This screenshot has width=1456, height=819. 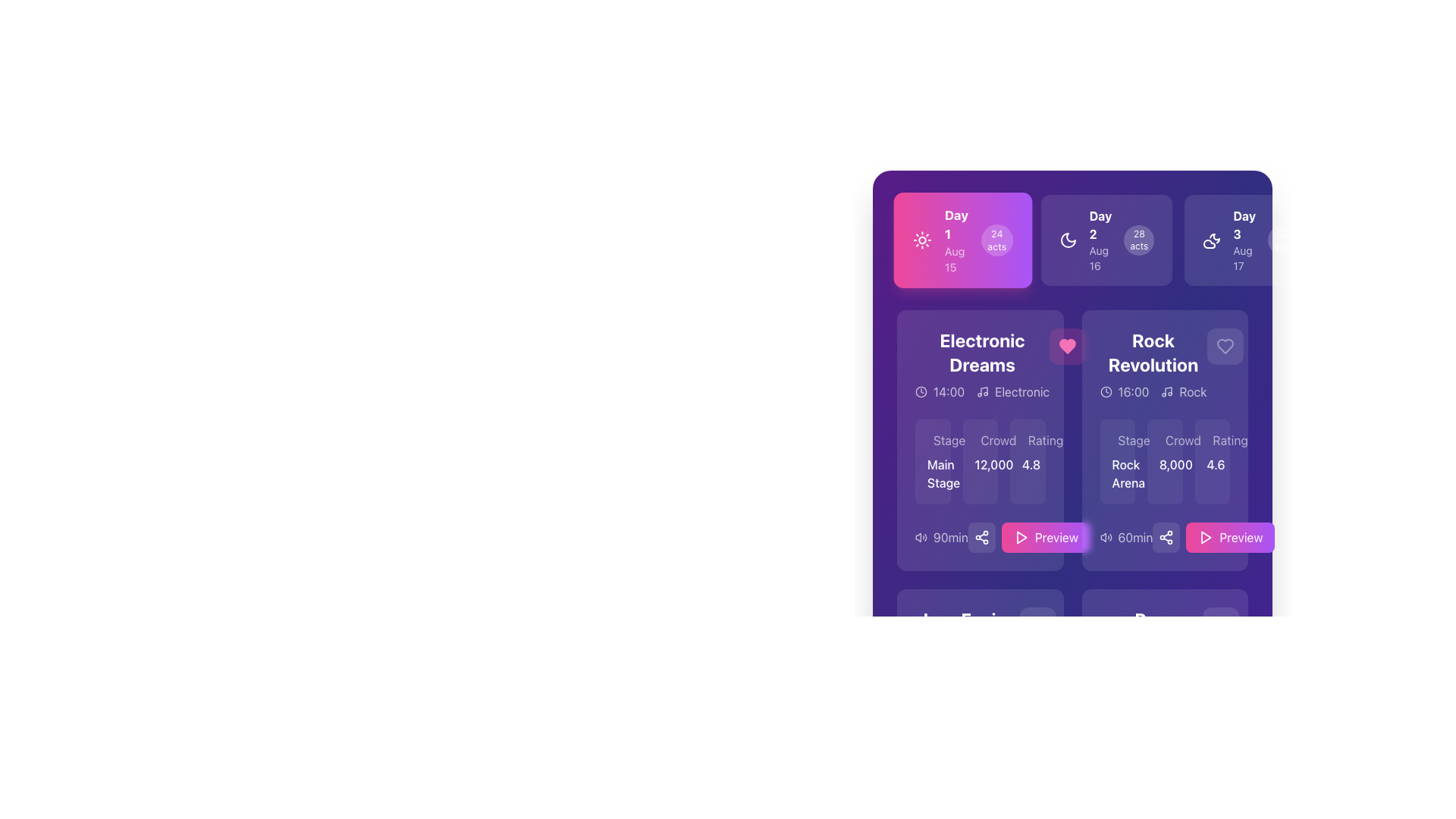 I want to click on the 'Electronic Dreams' event card located at the top left section of the grid to access more options, so click(x=980, y=441).